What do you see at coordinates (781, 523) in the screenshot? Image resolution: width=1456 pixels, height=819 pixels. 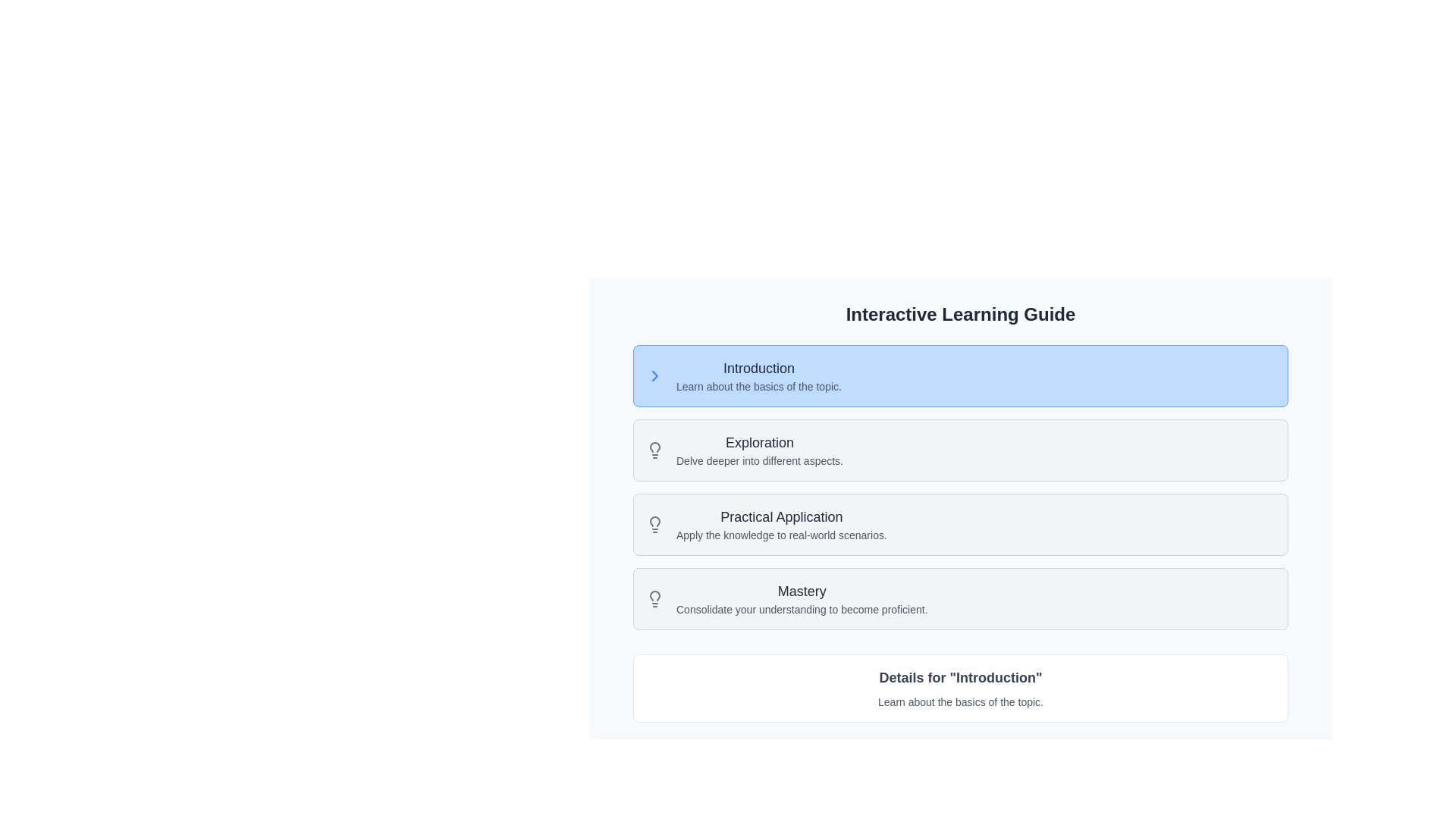 I see `the 'Practical Application' text block` at bounding box center [781, 523].